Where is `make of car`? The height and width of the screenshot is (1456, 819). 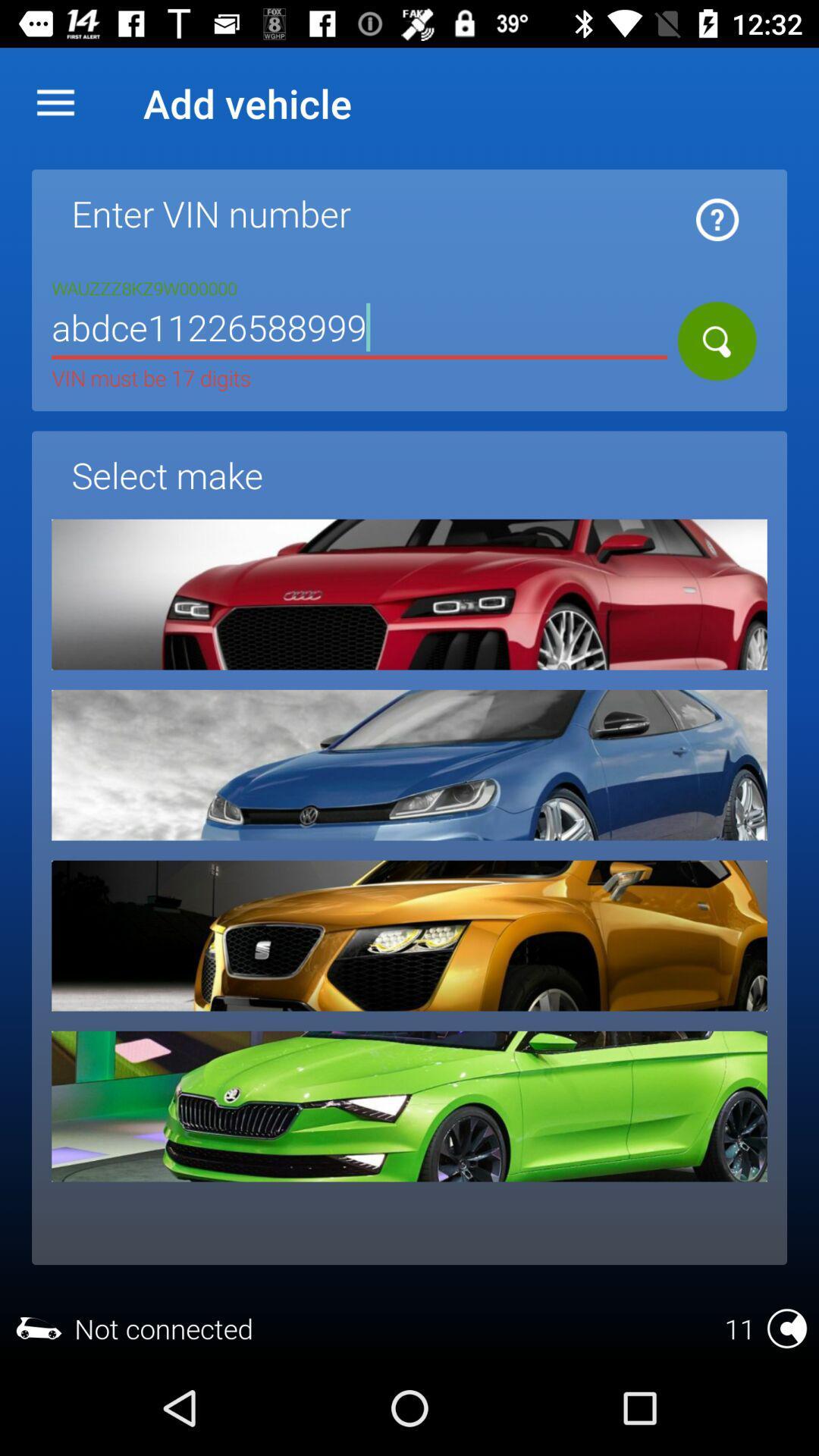
make of car is located at coordinates (409, 935).